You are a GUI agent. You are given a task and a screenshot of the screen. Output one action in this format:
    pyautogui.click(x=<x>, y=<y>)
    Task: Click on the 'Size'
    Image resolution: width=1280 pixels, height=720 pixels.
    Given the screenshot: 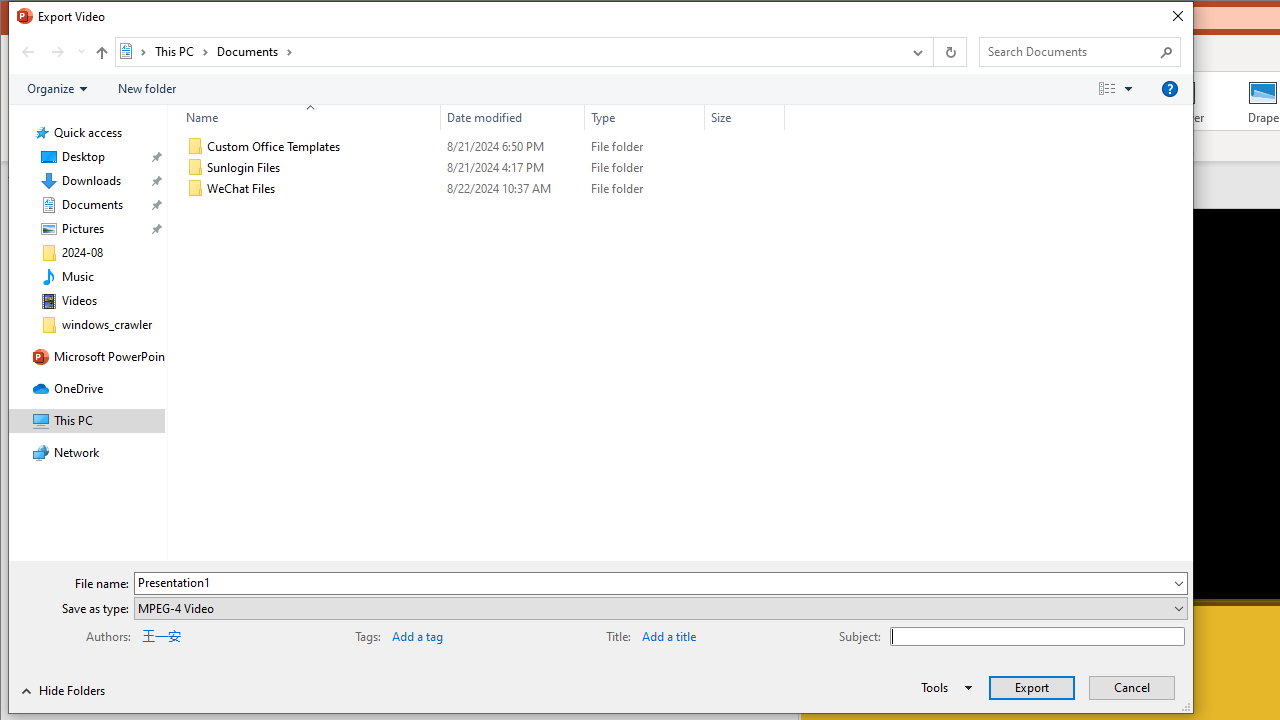 What is the action you would take?
    pyautogui.click(x=743, y=117)
    